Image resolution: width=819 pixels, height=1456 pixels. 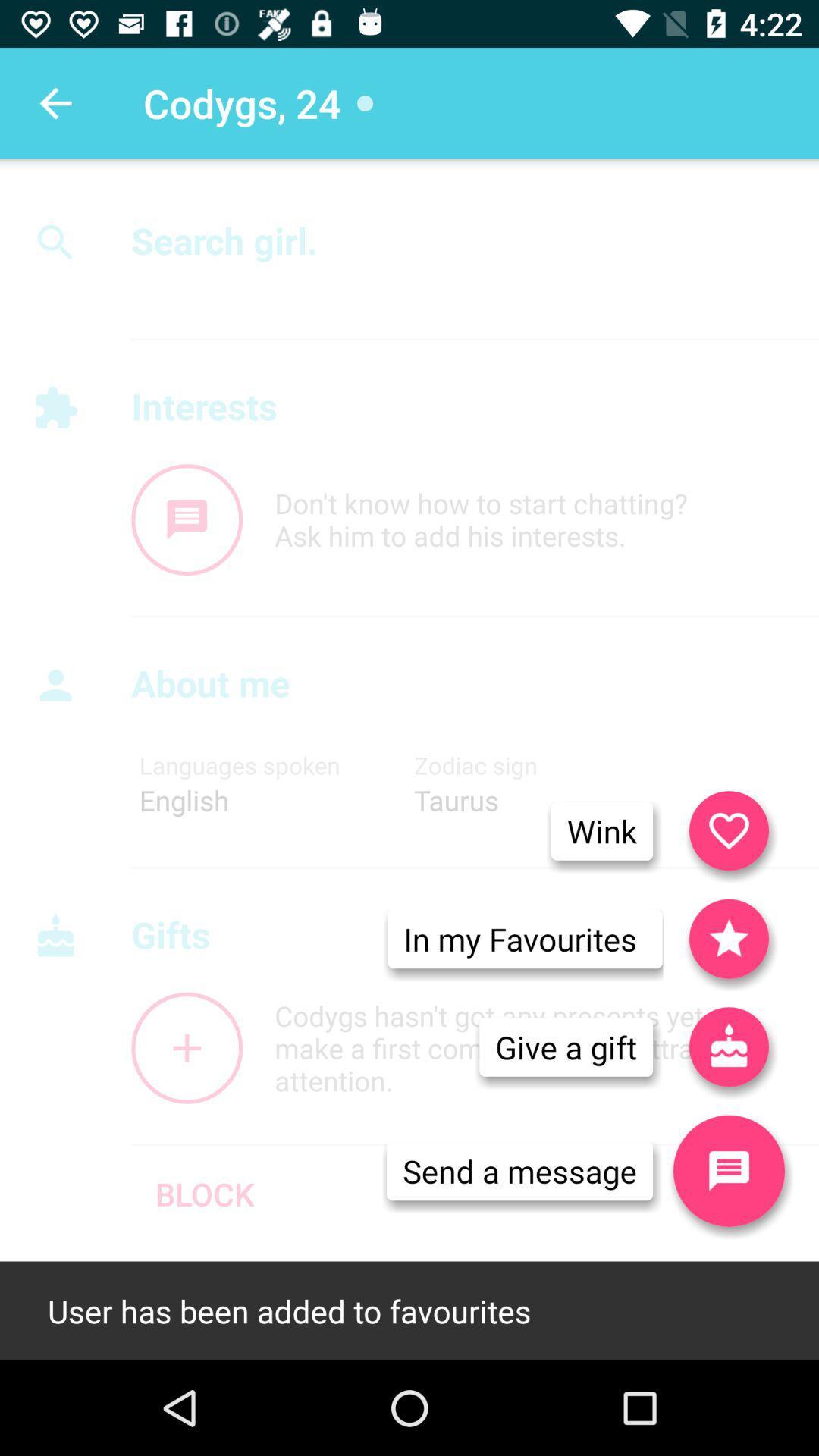 I want to click on the add icon, so click(x=186, y=1047).